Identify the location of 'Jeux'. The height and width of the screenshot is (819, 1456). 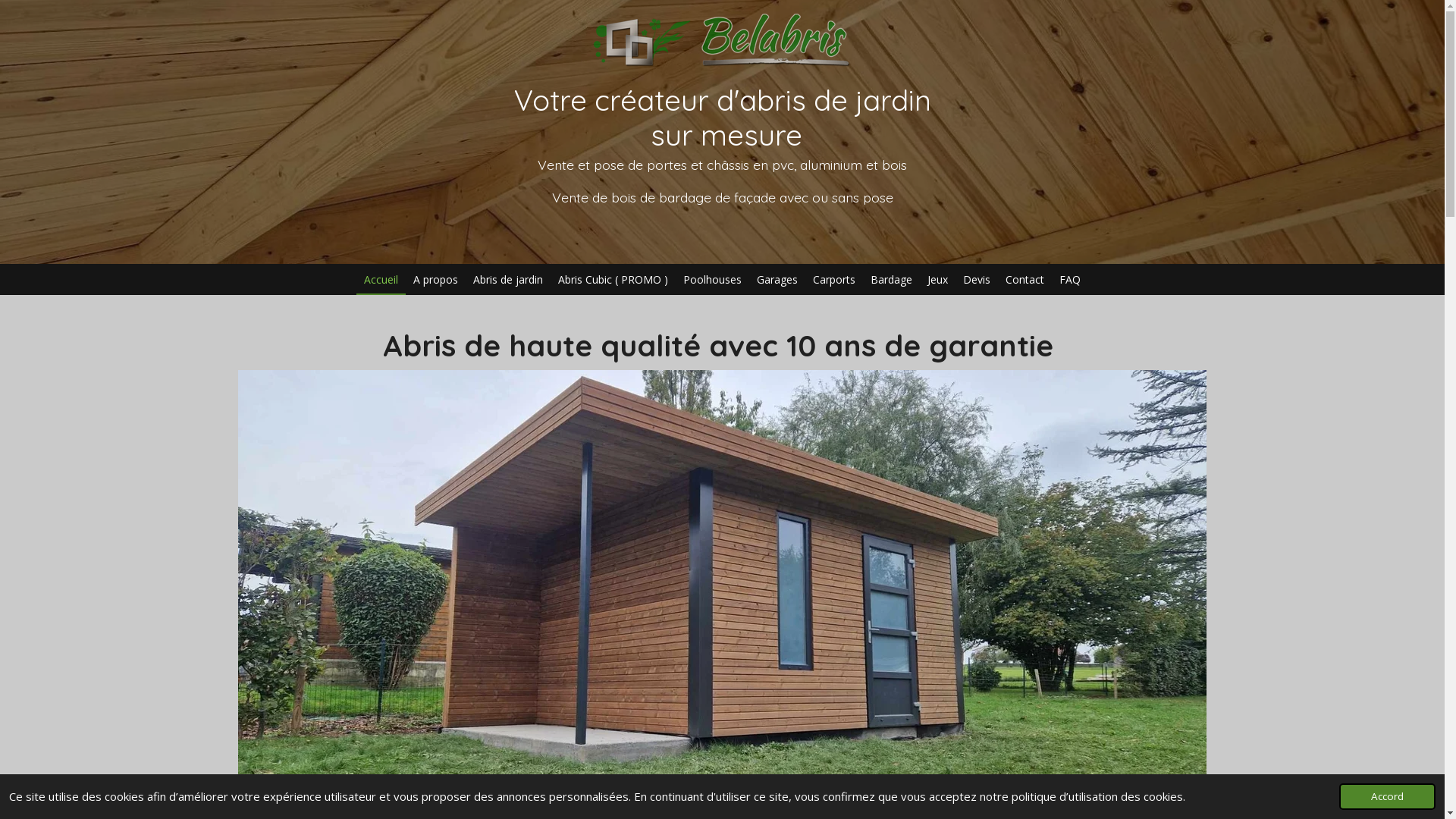
(937, 278).